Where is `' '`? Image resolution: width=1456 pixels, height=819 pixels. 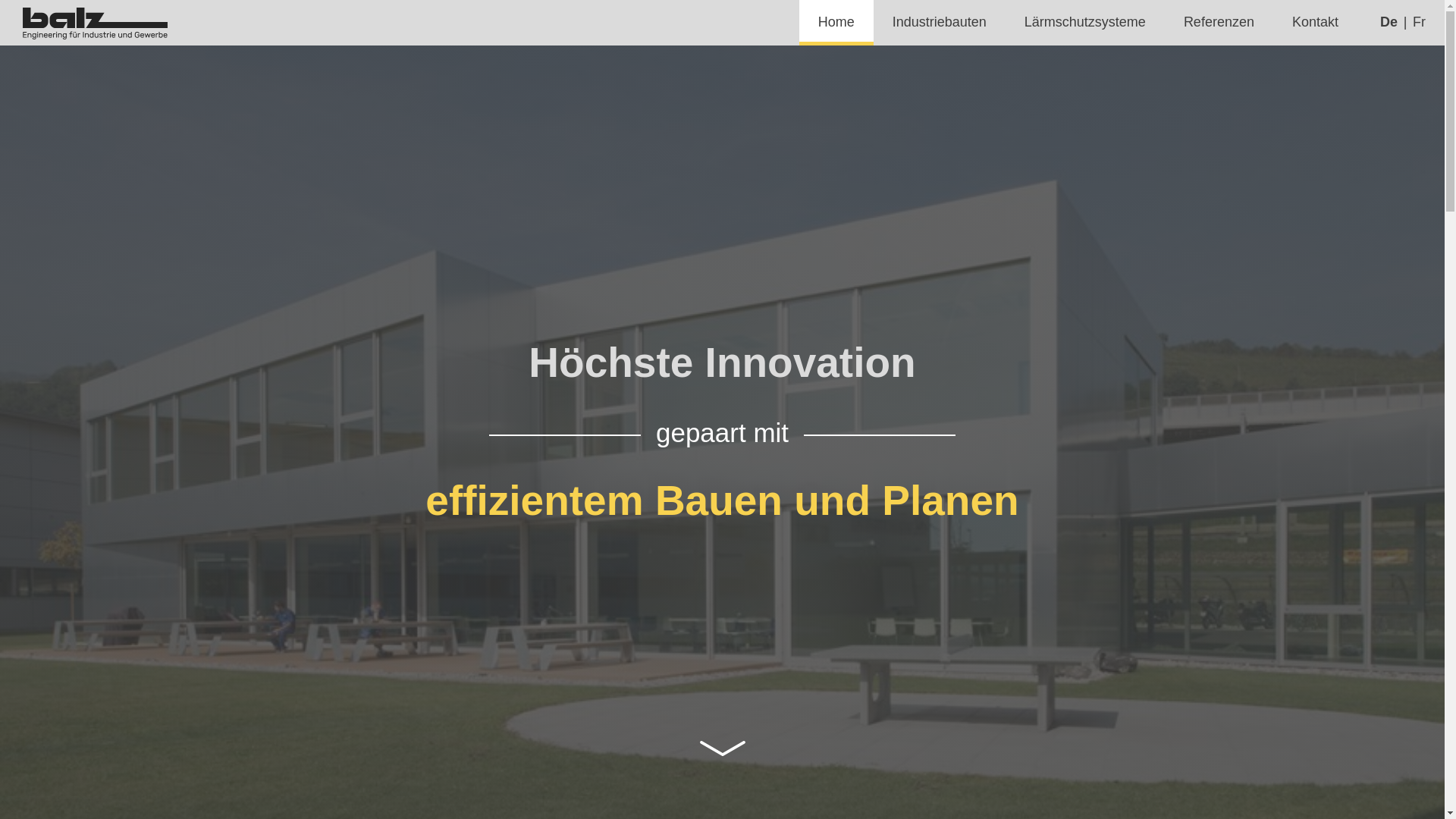 ' ' is located at coordinates (721, 748).